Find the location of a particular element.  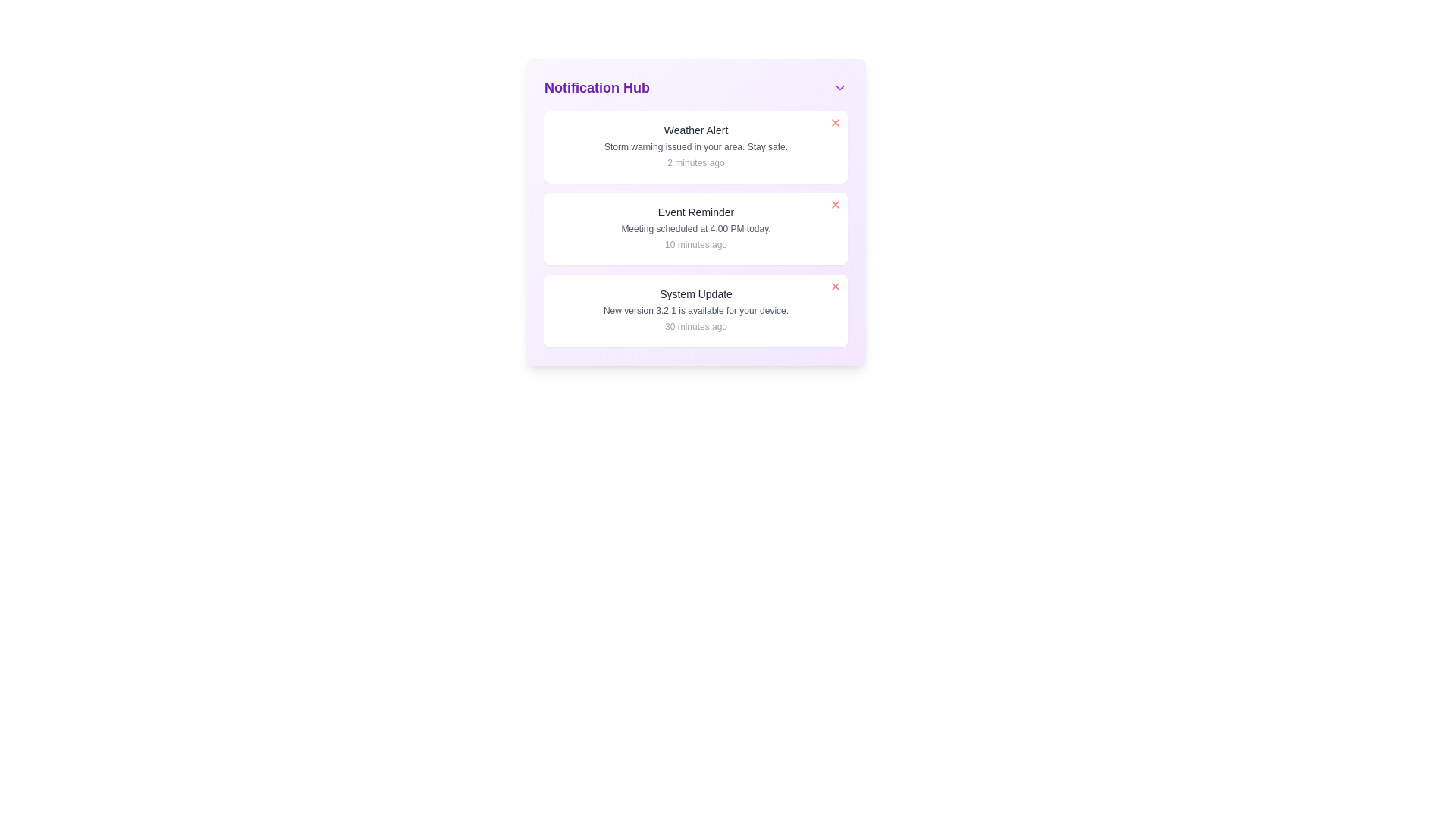

the text element displaying '2 minutes ago', which is located at the bottom-right area of a notification card is located at coordinates (695, 163).